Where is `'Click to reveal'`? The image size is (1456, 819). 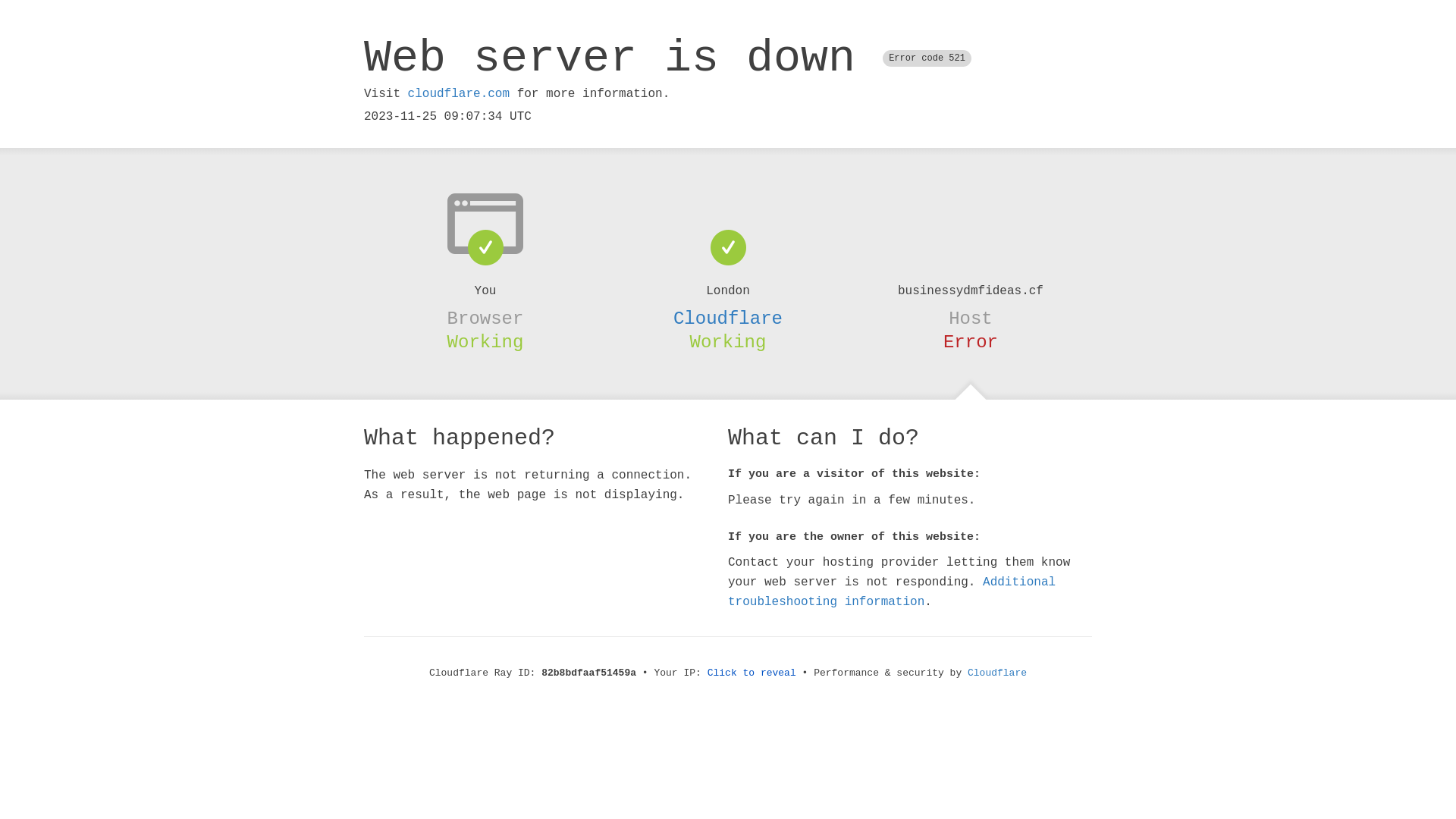 'Click to reveal' is located at coordinates (706, 672).